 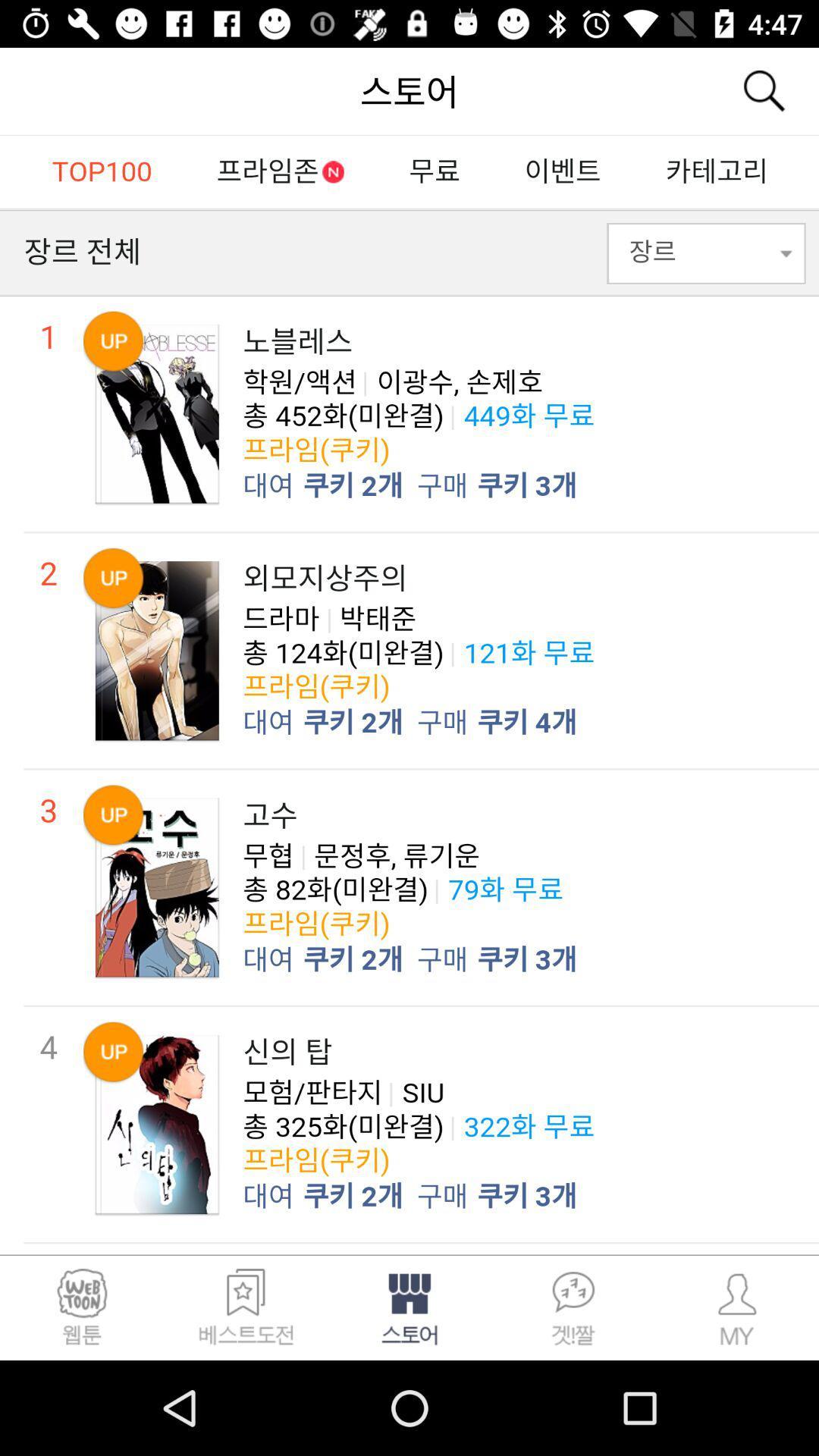 What do you see at coordinates (763, 90) in the screenshot?
I see `the search icon` at bounding box center [763, 90].